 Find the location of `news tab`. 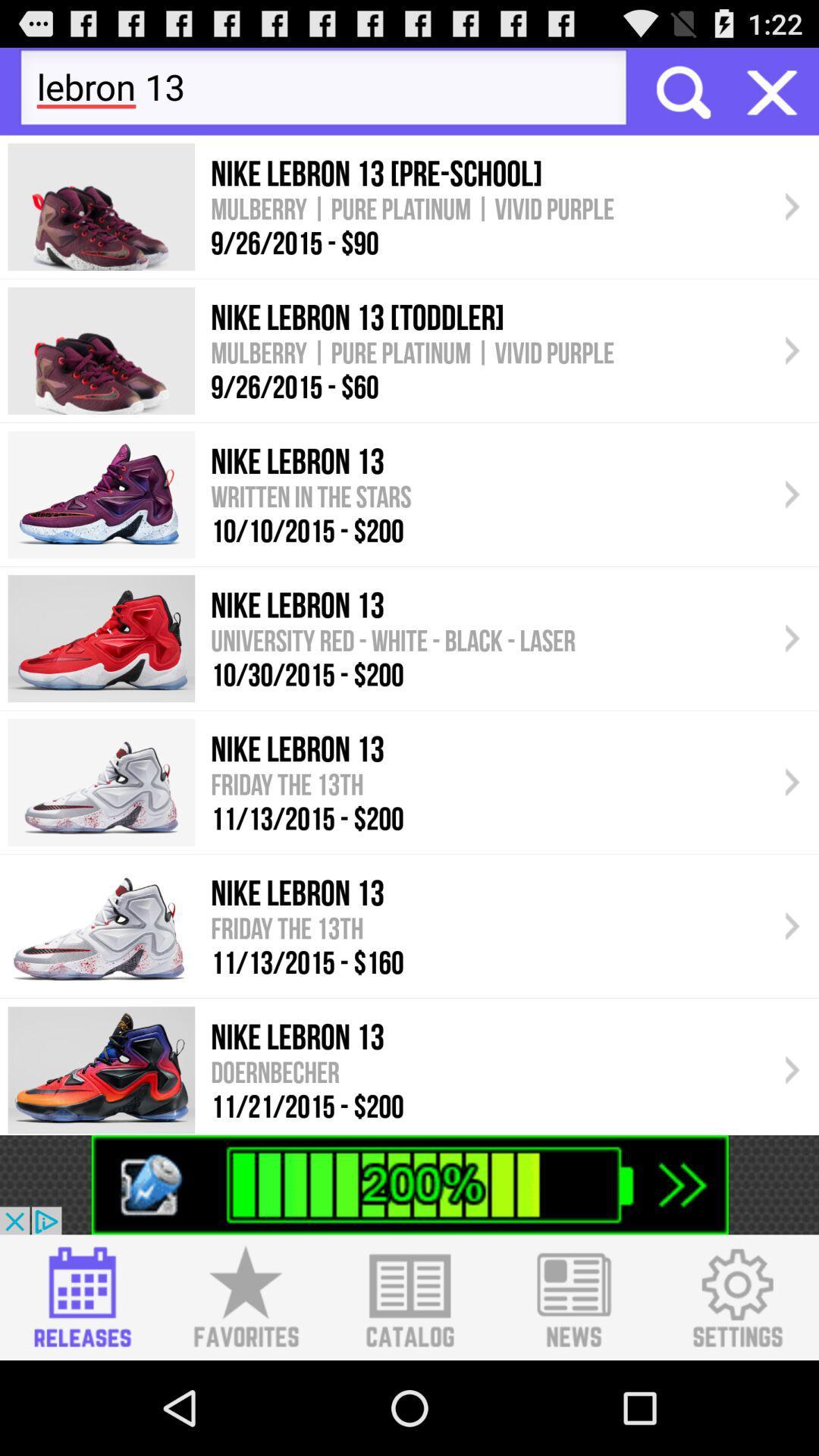

news tab is located at coordinates (573, 1297).